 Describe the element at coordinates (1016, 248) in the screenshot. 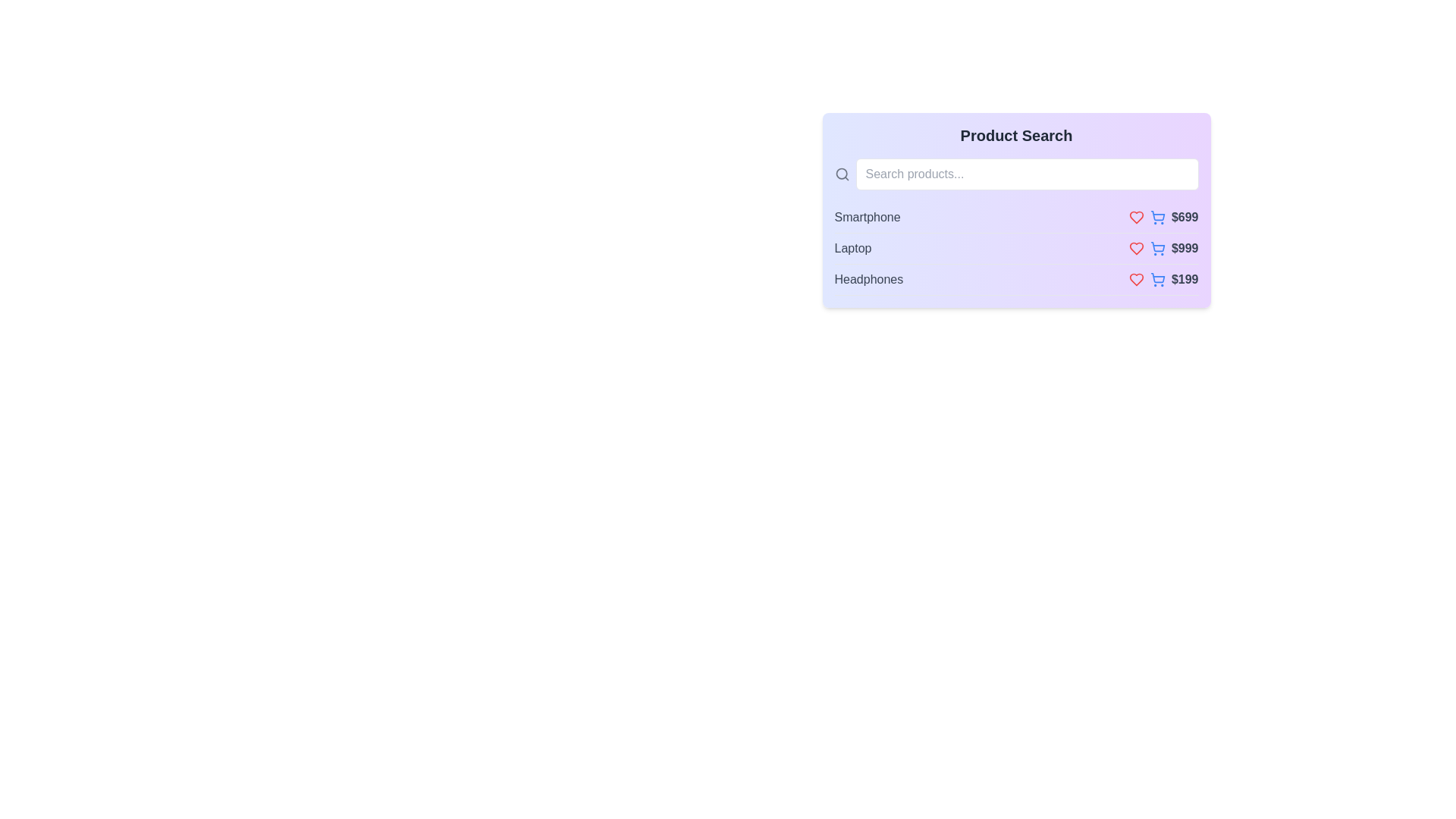

I see `the product list item that displays product details centrally located` at that location.